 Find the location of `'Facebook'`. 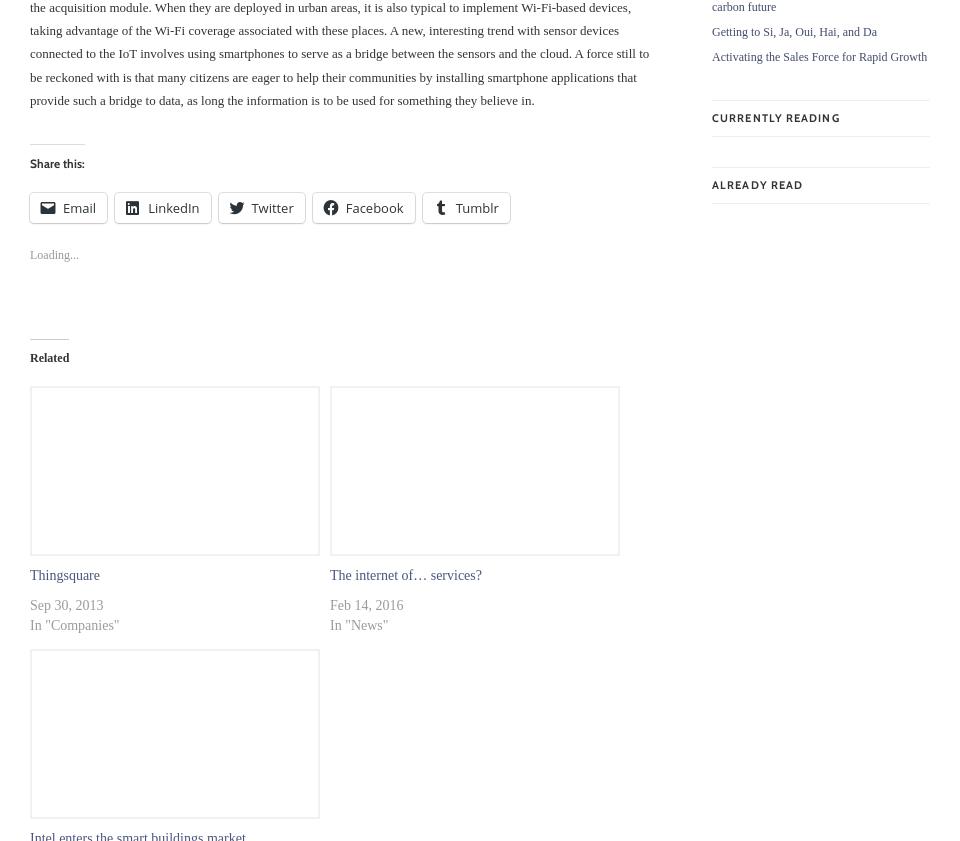

'Facebook' is located at coordinates (373, 206).